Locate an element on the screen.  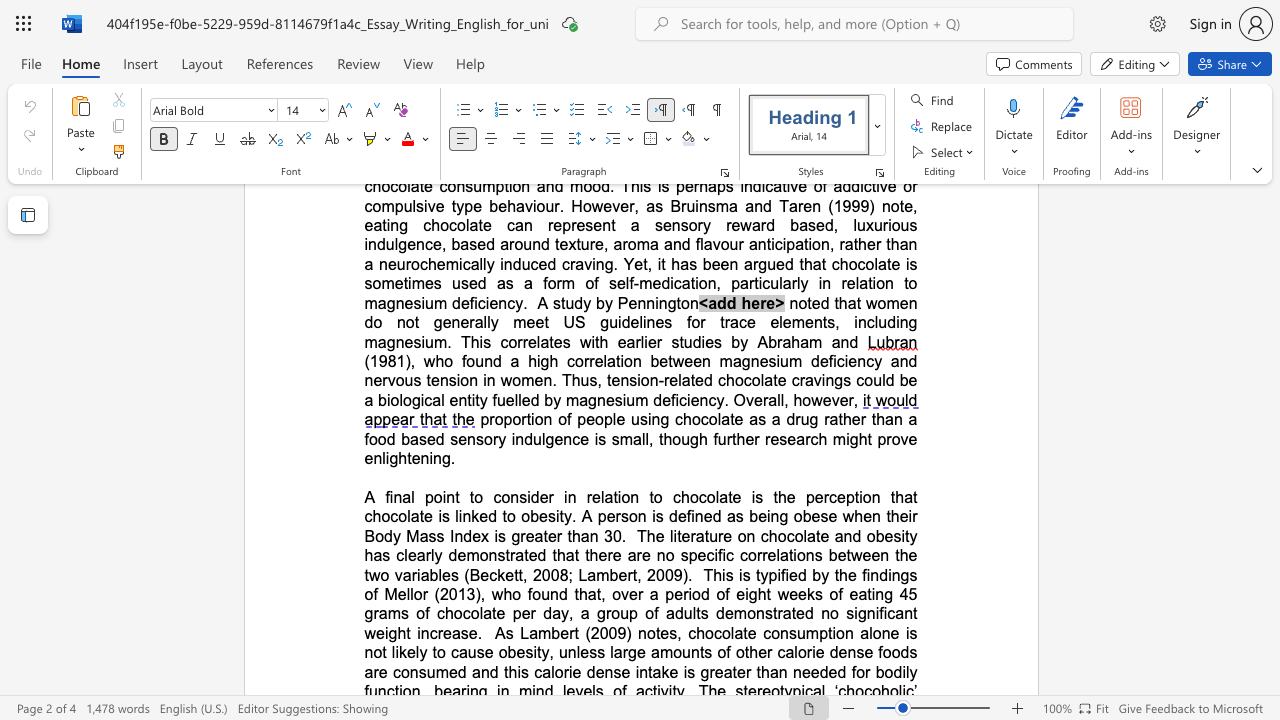
the subset text "ked to obesity" within the text "that chocolate is linked to obesity. A person is defined as being obese when their Body Mass Index is greater than 30" is located at coordinates (470, 515).